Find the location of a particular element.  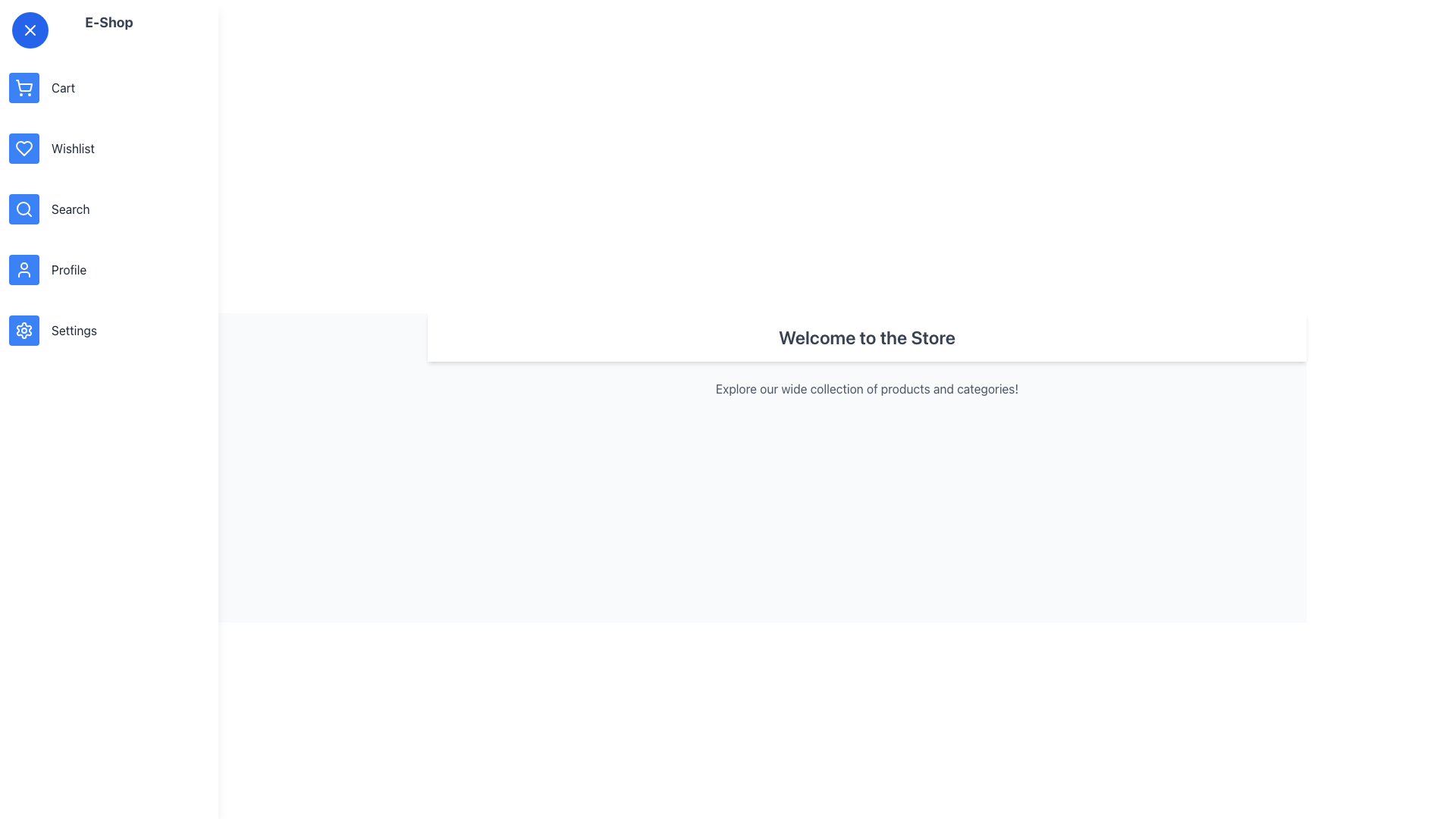

the user icon in the sidebar navigation, which is styled with a minimal rounded outline and a blue circular background is located at coordinates (24, 268).